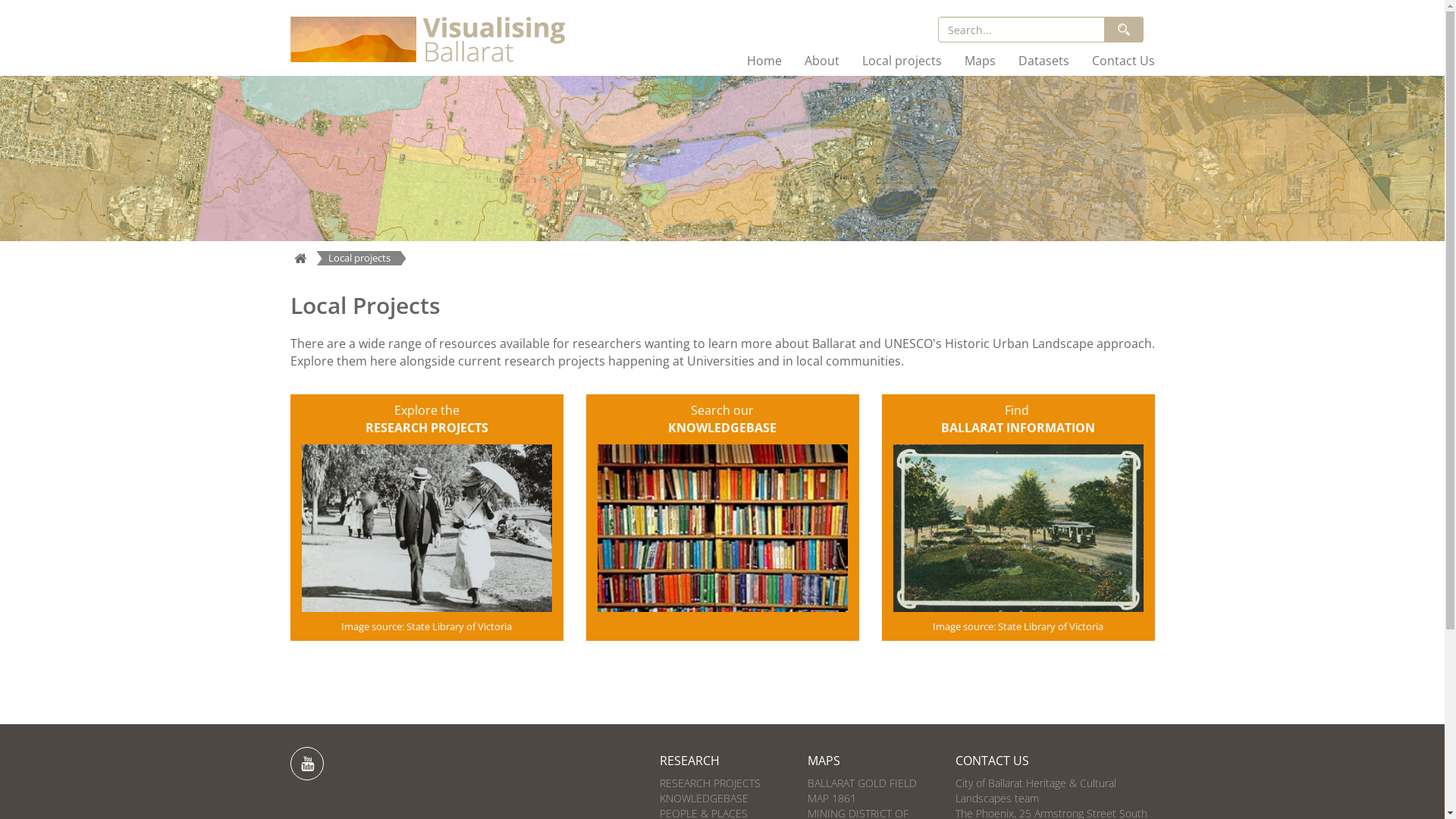 The image size is (1456, 819). I want to click on ' ', so click(305, 763).